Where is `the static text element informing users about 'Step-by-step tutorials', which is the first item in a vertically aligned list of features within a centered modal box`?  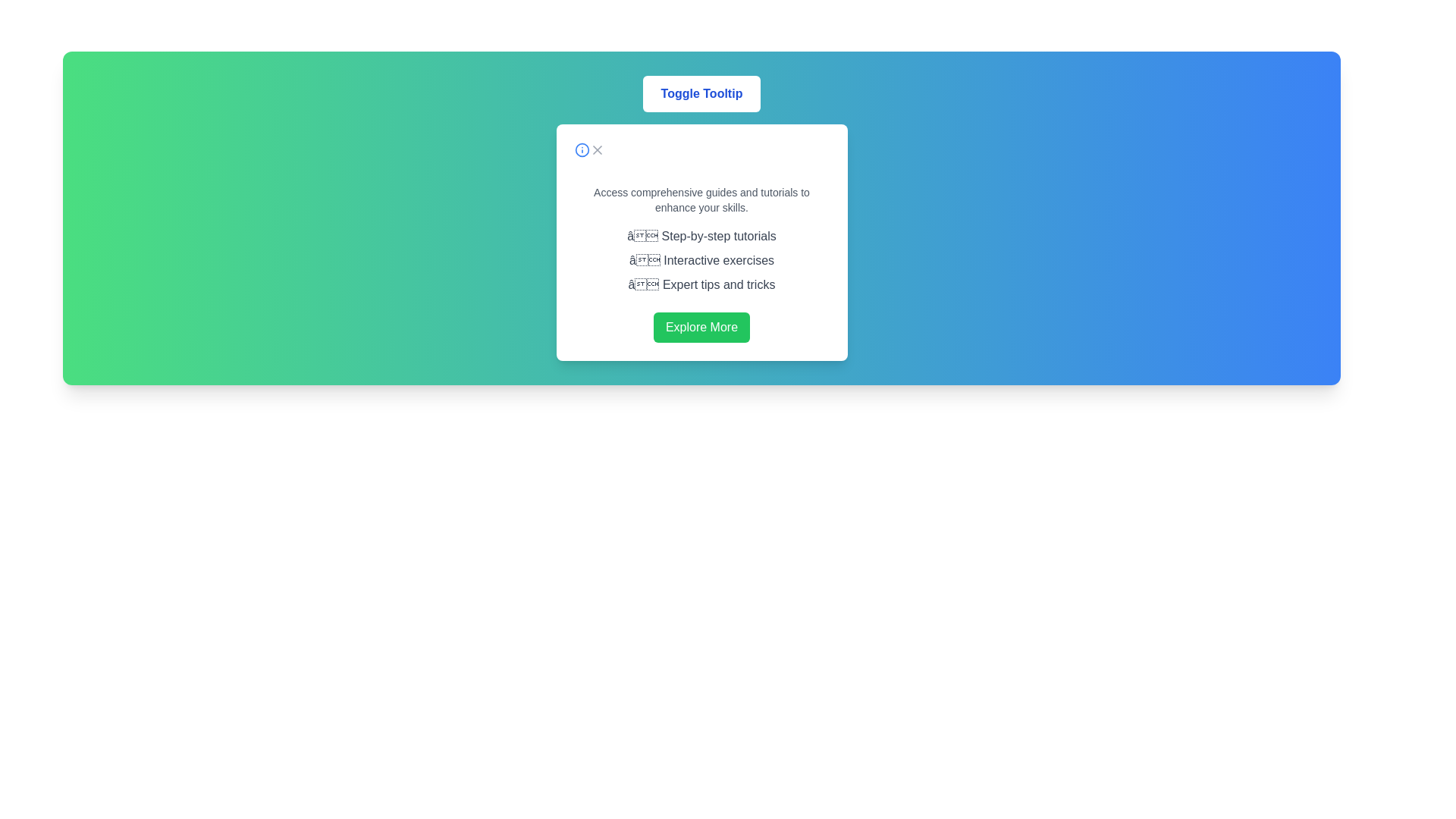 the static text element informing users about 'Step-by-step tutorials', which is the first item in a vertically aligned list of features within a centered modal box is located at coordinates (701, 237).